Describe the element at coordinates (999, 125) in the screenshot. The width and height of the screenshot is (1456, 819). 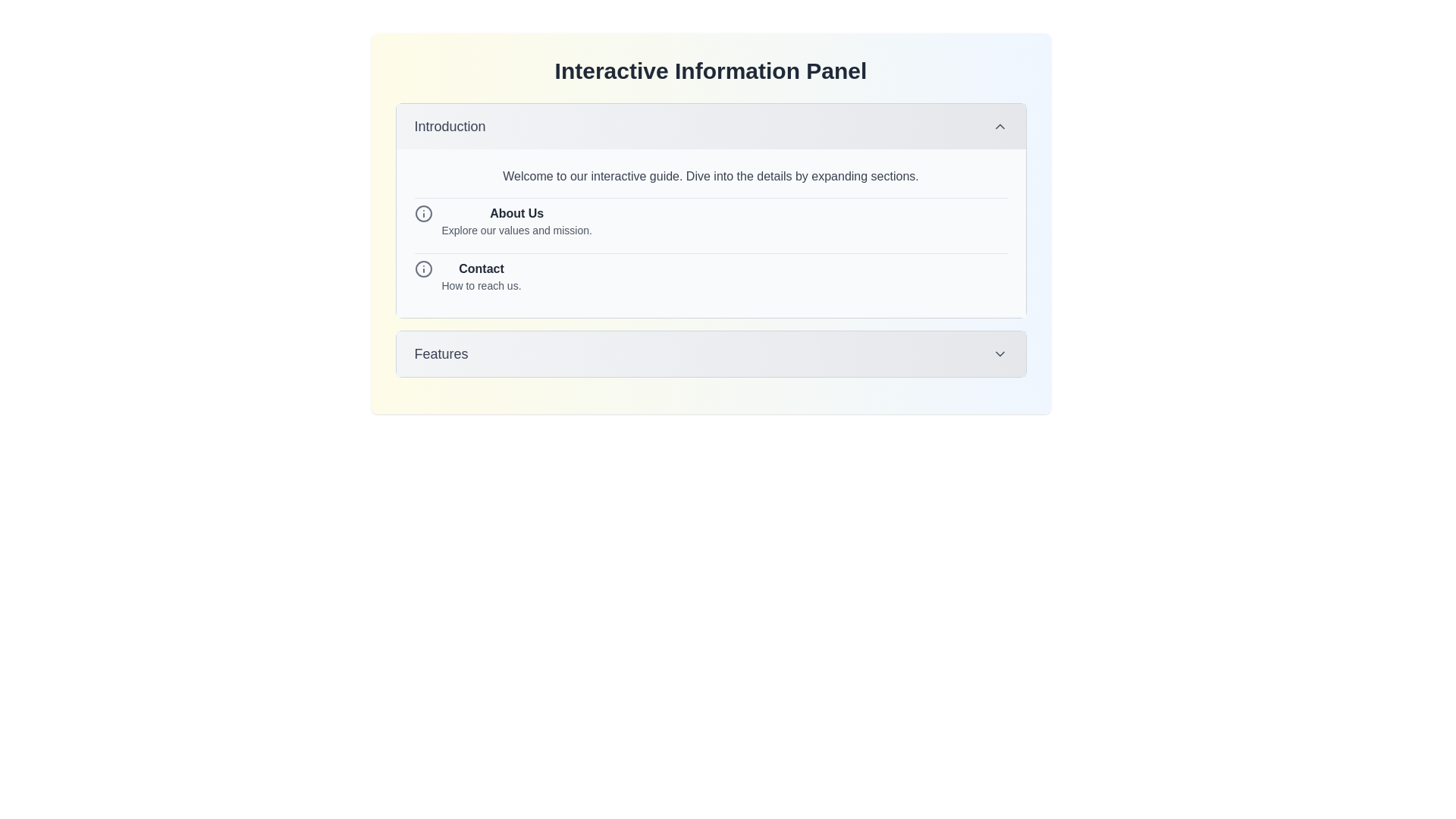
I see `the upwards-pointing chevron icon located at the far right of the 'Introduction' section header` at that location.